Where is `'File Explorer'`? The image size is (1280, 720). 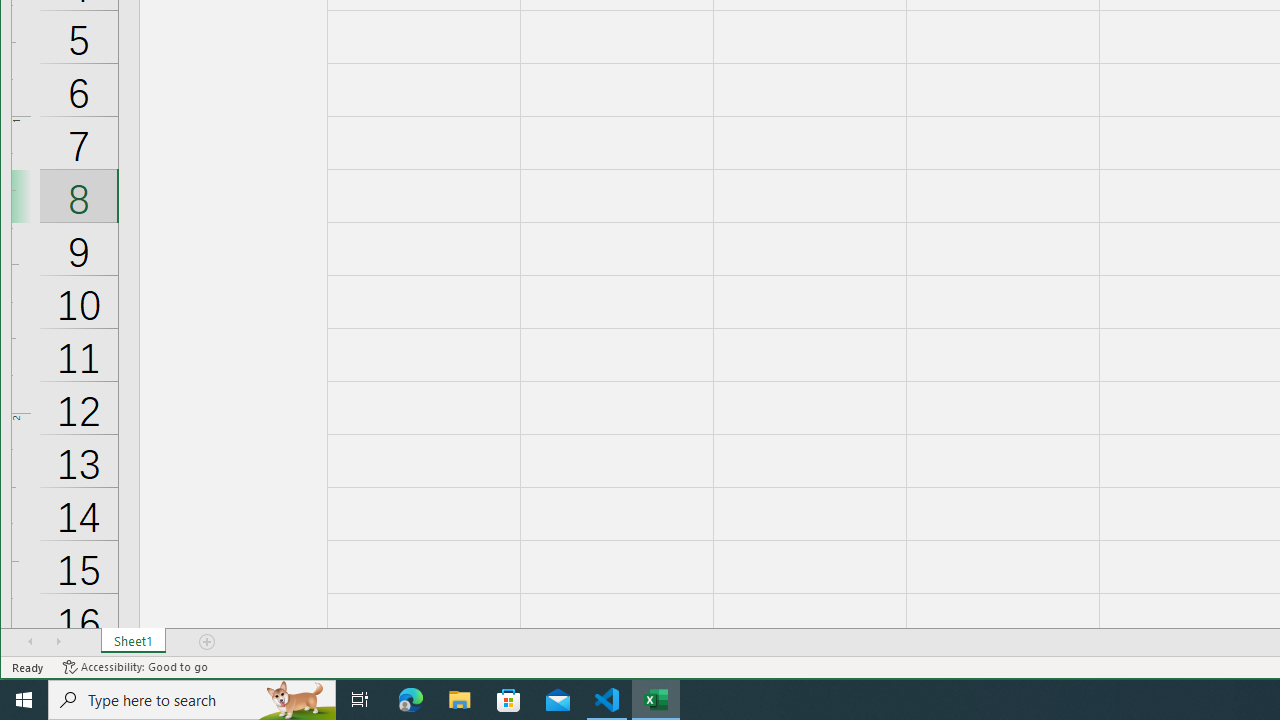
'File Explorer' is located at coordinates (459, 698).